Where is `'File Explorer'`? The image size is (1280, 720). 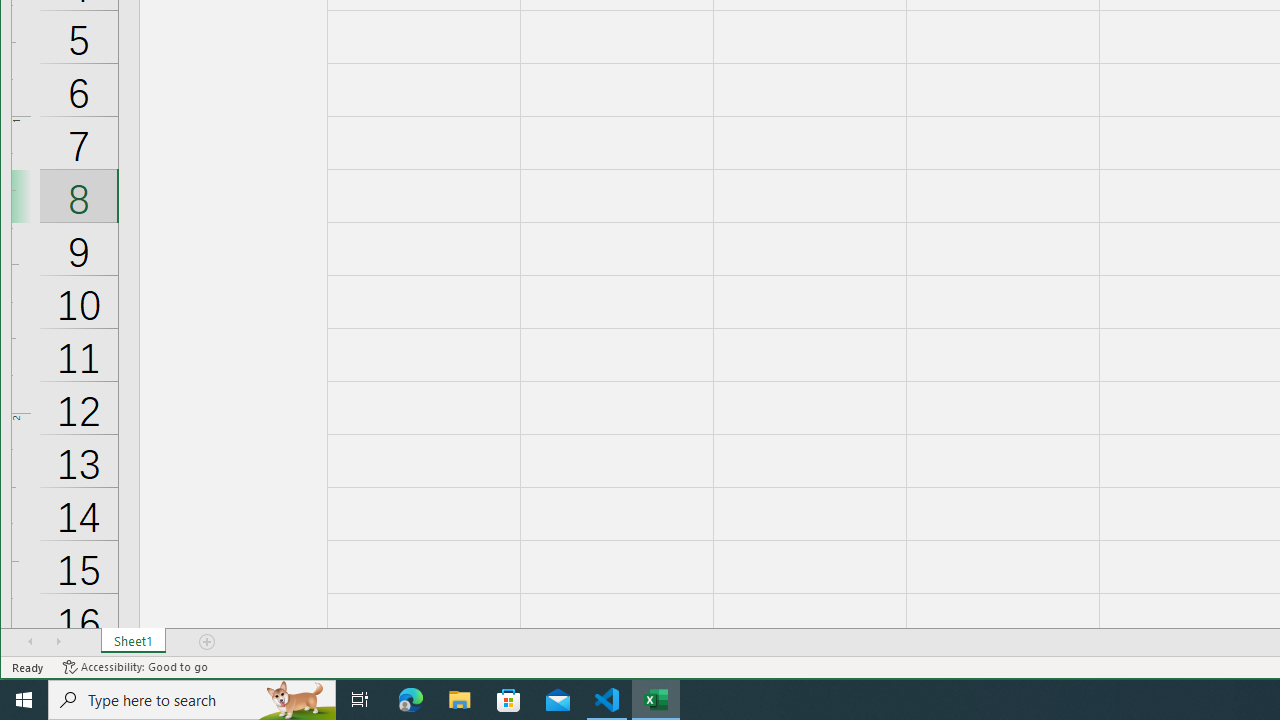
'File Explorer' is located at coordinates (459, 698).